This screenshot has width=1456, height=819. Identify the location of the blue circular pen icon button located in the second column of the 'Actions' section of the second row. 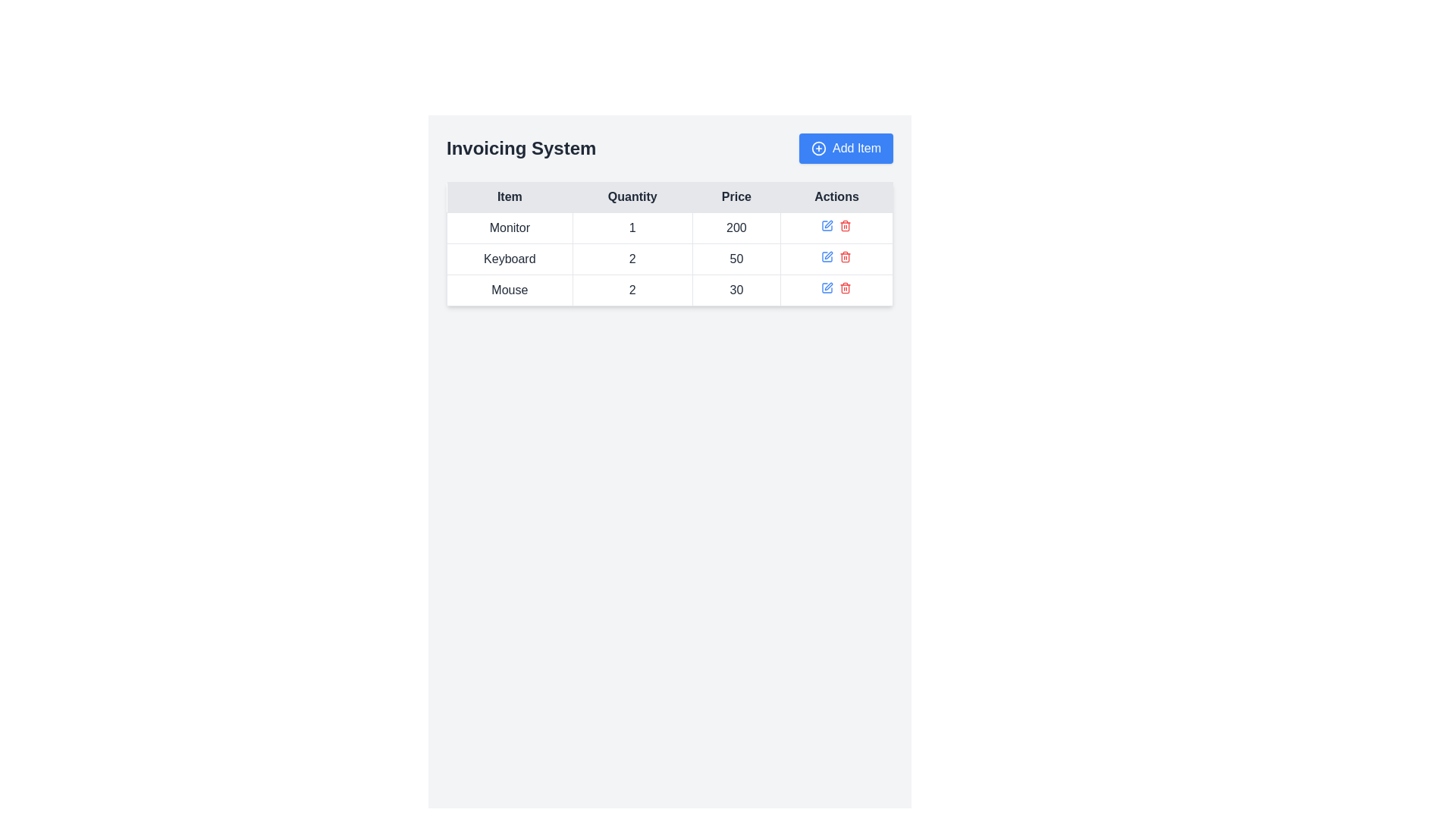
(828, 224).